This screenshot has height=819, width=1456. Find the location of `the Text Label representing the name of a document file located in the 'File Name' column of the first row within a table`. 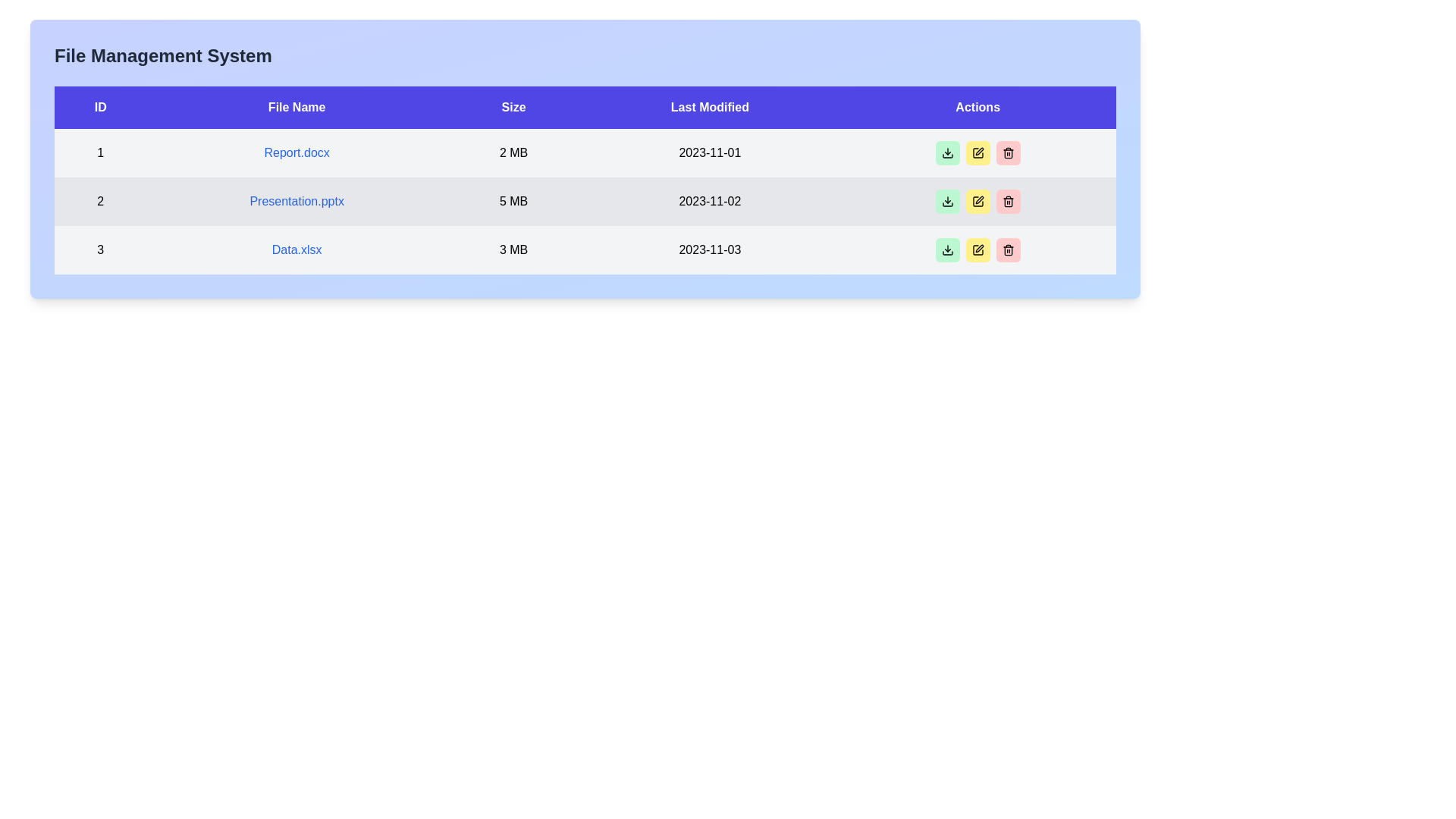

the Text Label representing the name of a document file located in the 'File Name' column of the first row within a table is located at coordinates (297, 152).